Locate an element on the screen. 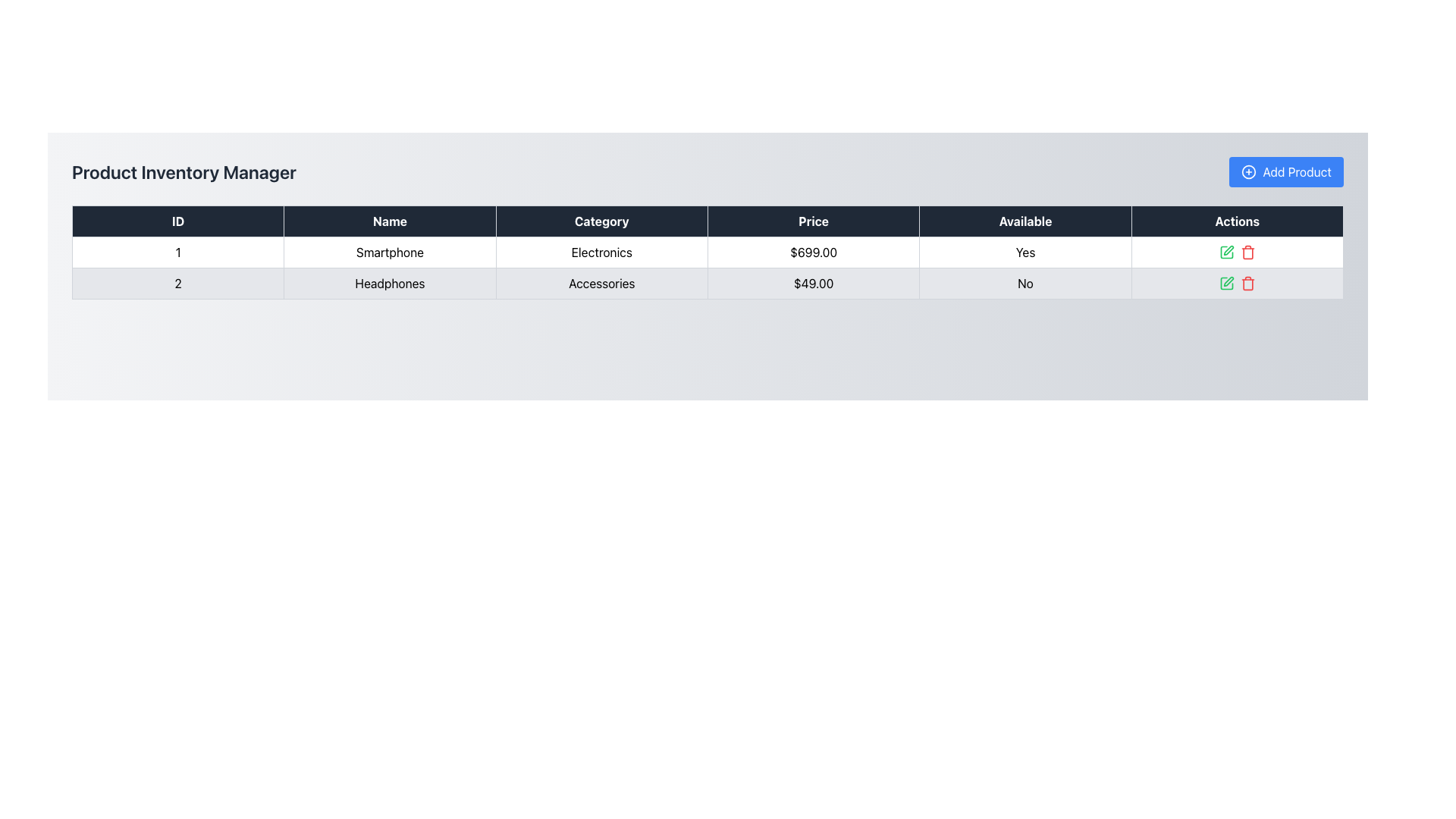 This screenshot has height=819, width=1456. the table cell in the third column of the first row is located at coordinates (601, 251).